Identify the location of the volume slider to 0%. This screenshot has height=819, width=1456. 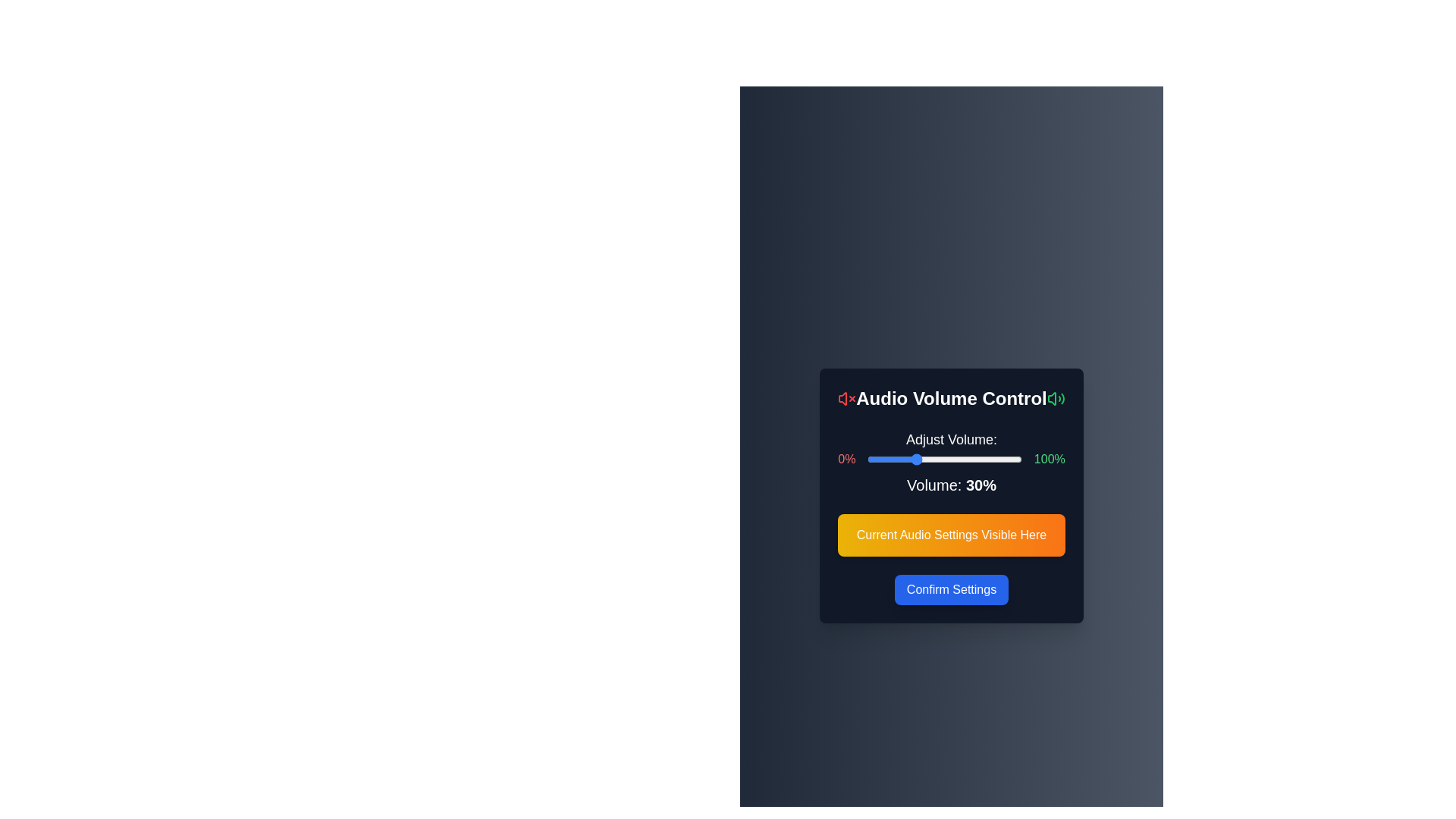
(868, 458).